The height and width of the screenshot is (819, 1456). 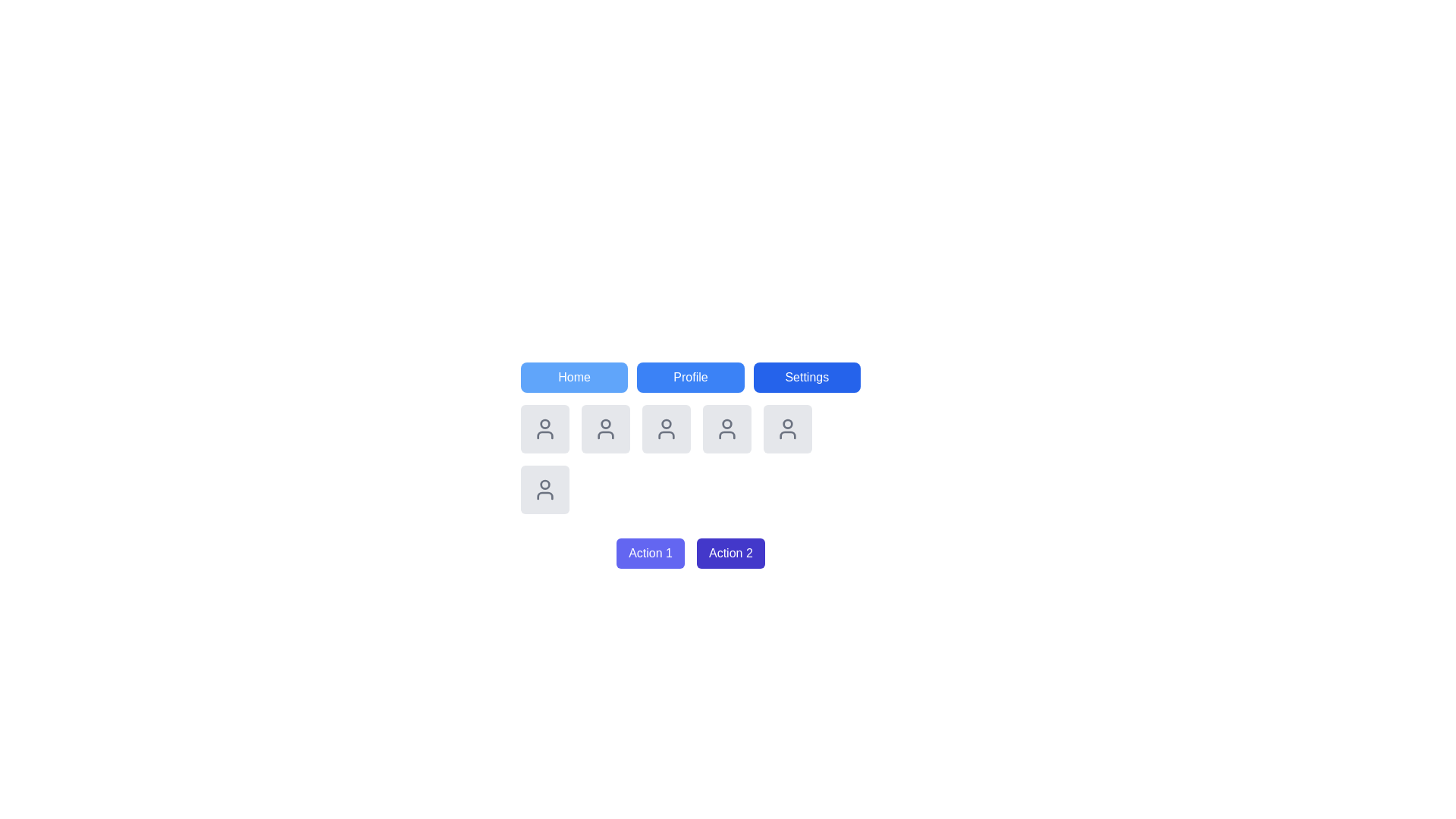 What do you see at coordinates (726, 435) in the screenshot?
I see `the user profile icon, which is an outline of a person located in the middle column of the second row of icons, distinguished by its light gray background` at bounding box center [726, 435].